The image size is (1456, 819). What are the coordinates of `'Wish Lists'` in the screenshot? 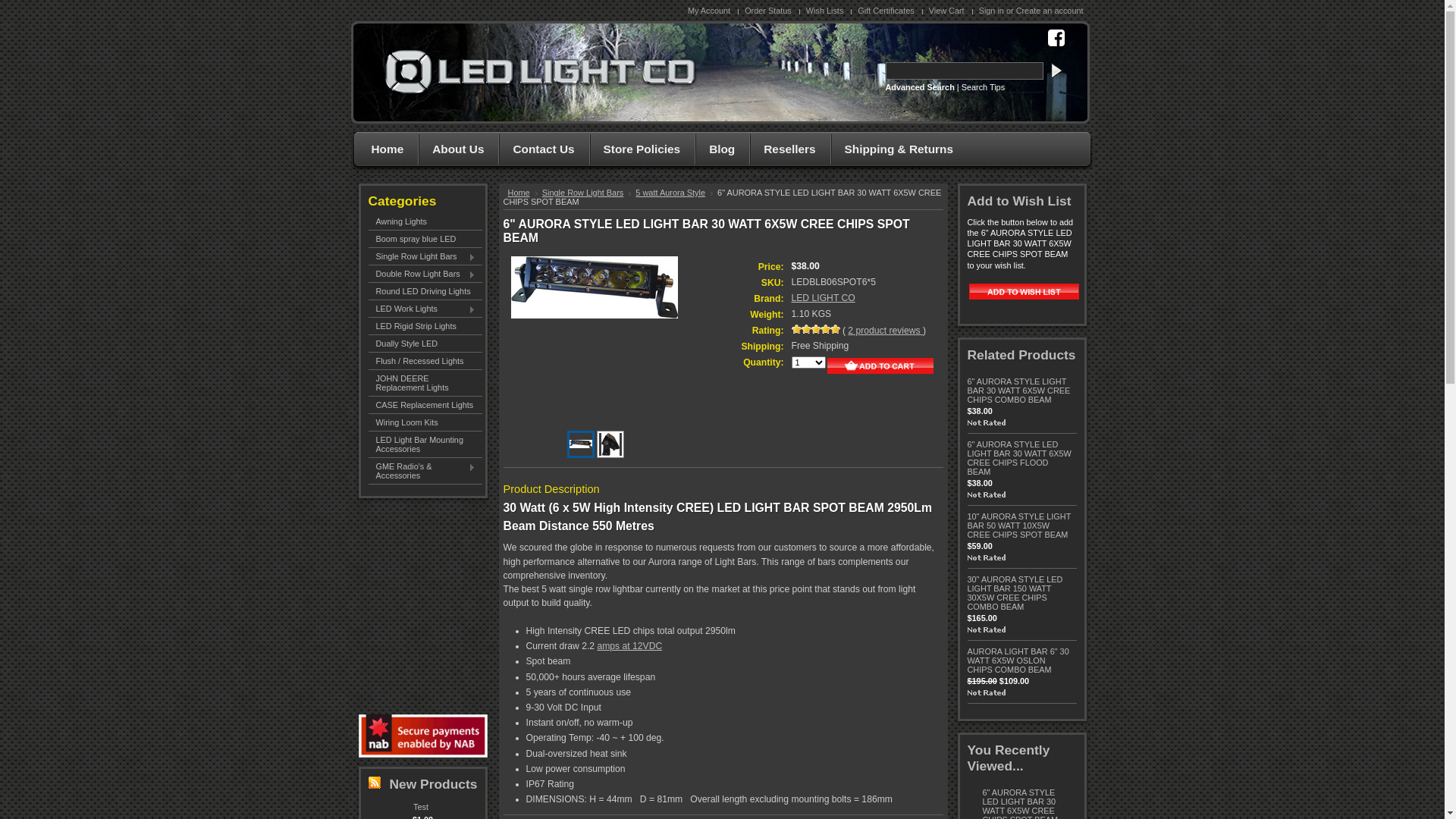 It's located at (826, 11).